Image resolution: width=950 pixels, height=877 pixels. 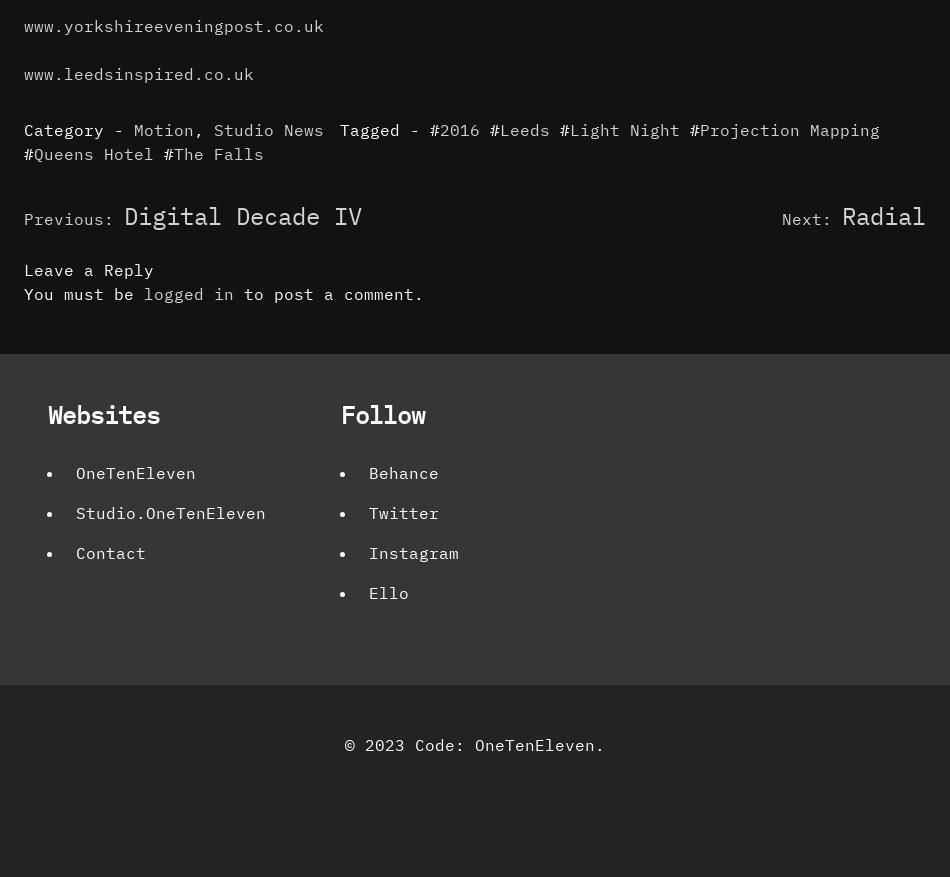 What do you see at coordinates (327, 292) in the screenshot?
I see `'to post a comment.'` at bounding box center [327, 292].